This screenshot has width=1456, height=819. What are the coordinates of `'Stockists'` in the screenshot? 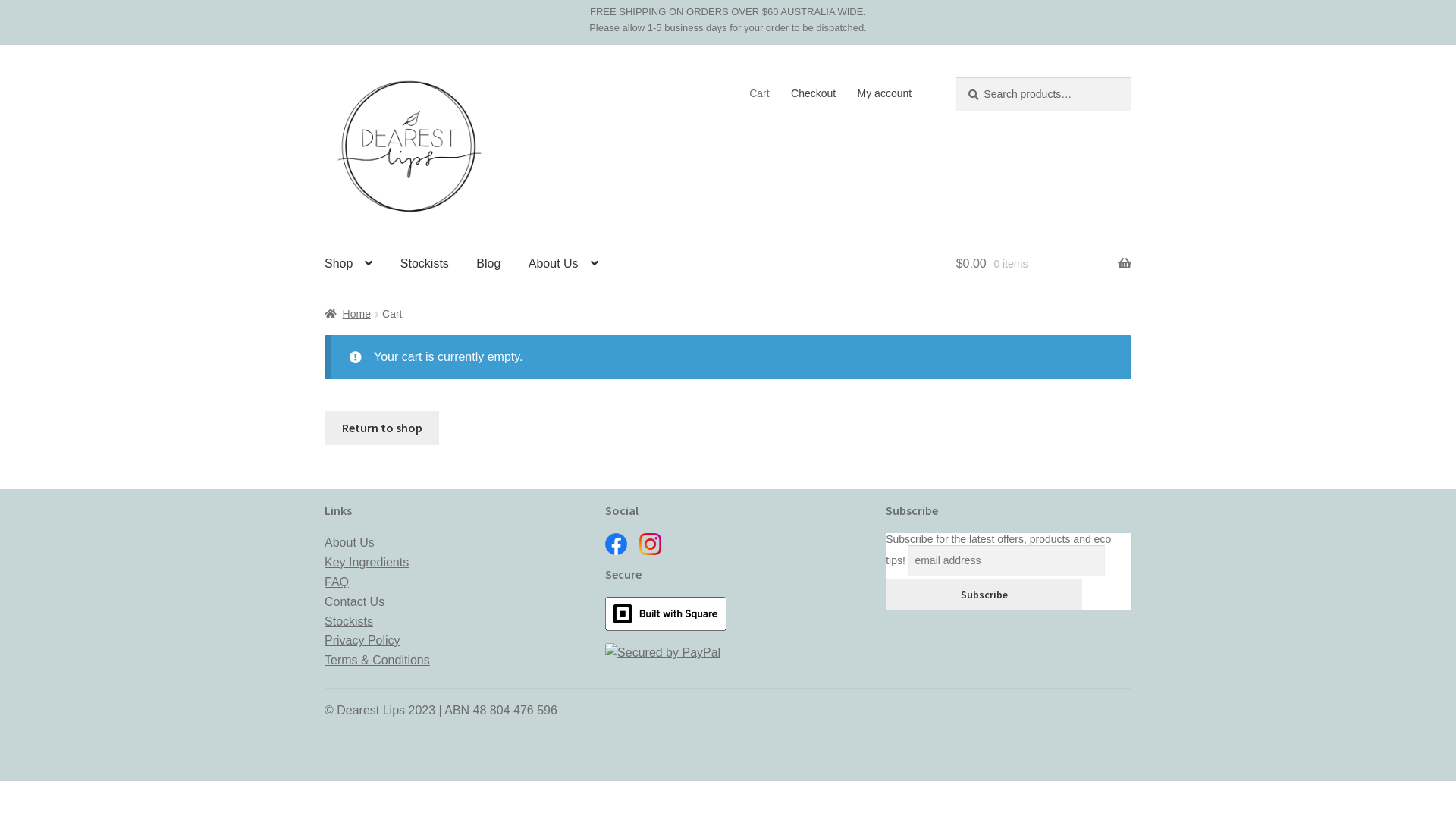 It's located at (425, 262).